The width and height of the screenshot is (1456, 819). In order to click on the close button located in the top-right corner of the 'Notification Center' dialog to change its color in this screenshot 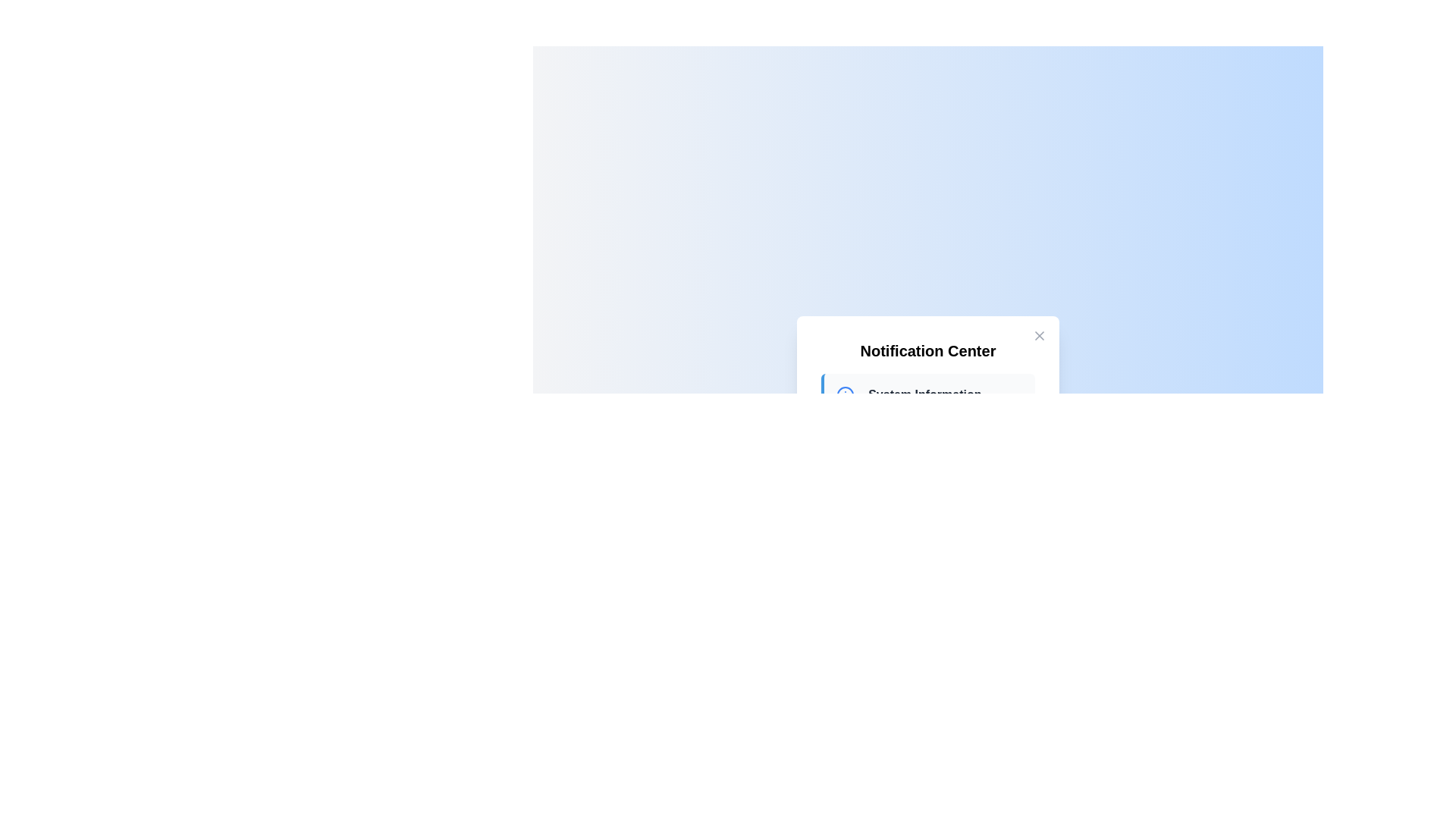, I will do `click(1039, 335)`.